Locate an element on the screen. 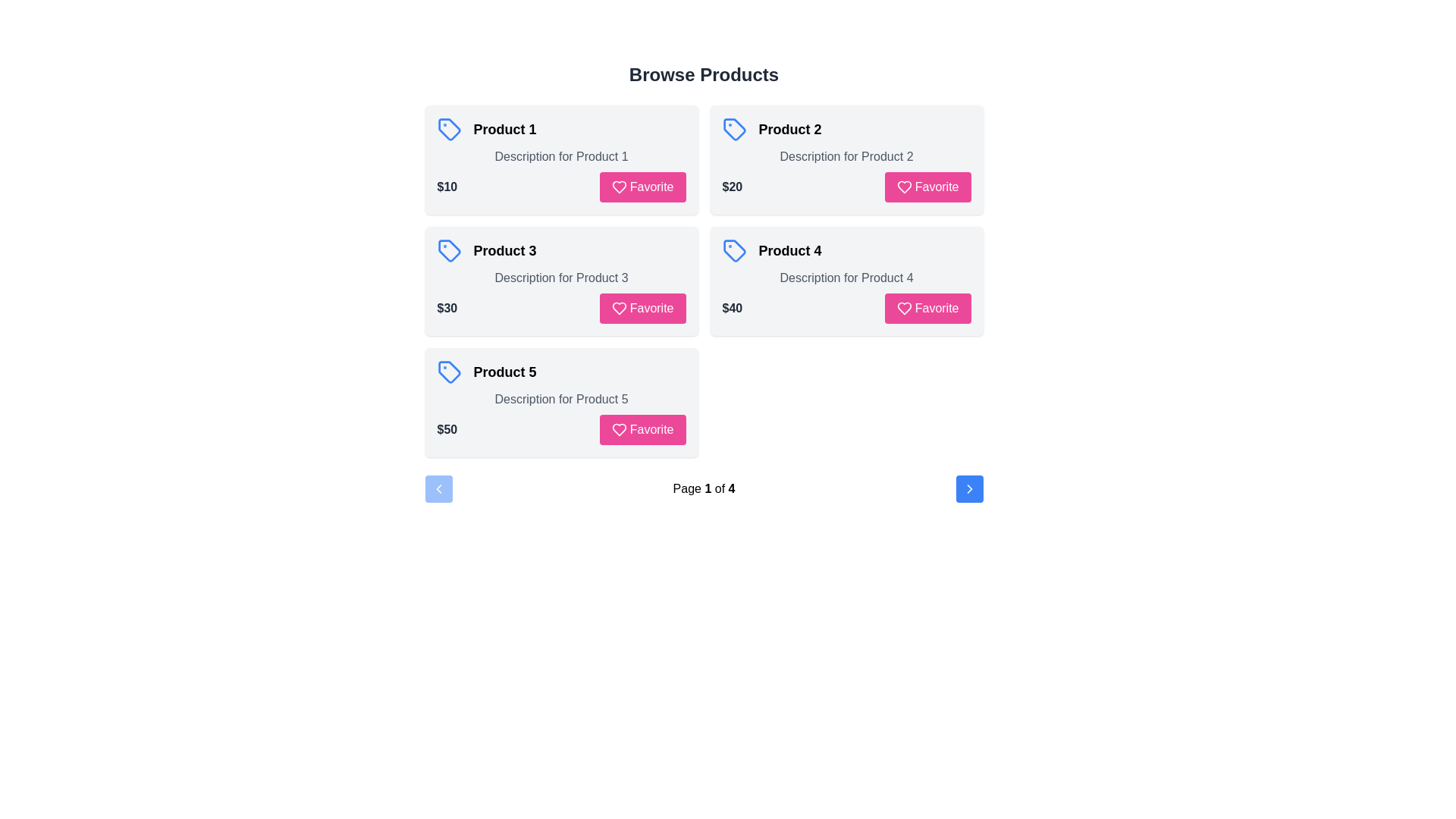  the product title label located at the center of the lower left tile is located at coordinates (505, 372).